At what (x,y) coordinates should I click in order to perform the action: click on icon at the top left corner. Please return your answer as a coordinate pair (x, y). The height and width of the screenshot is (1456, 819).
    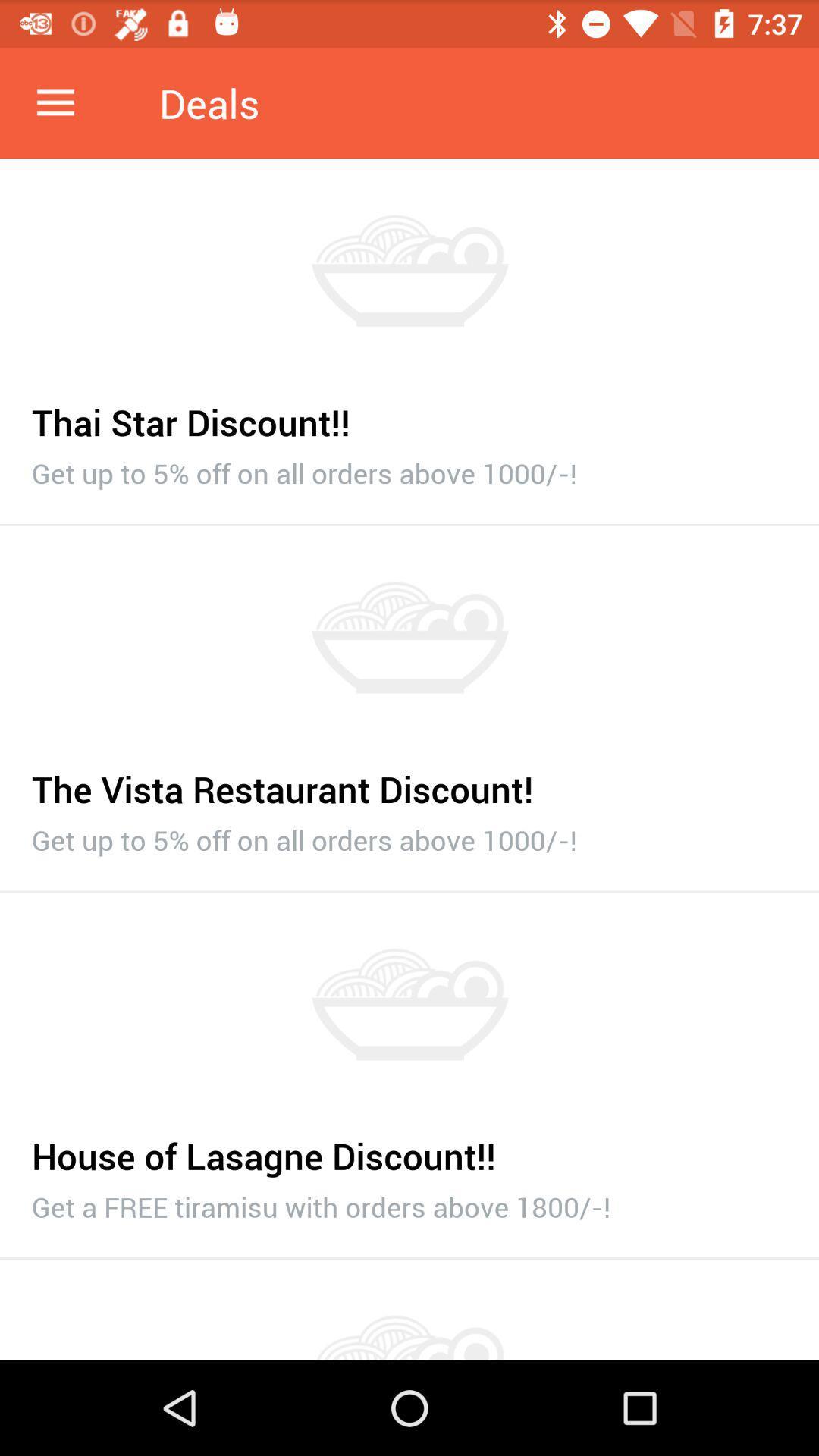
    Looking at the image, I should click on (55, 102).